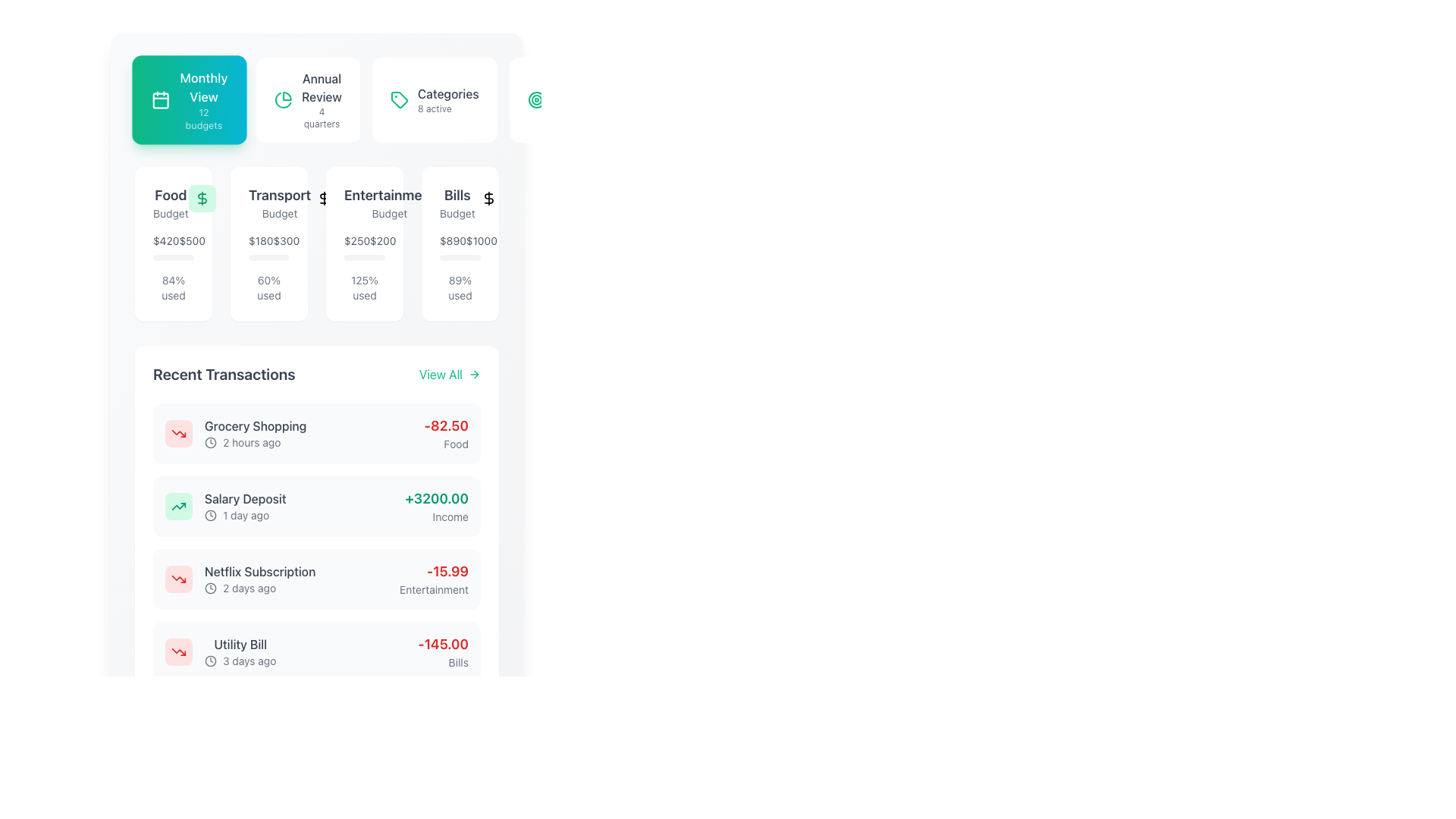 This screenshot has width=1456, height=819. Describe the element at coordinates (459, 202) in the screenshot. I see `the text label element titled 'Bills' which is styled in bold and larger font, located in the top row of the interface among budget category cards, specifically aligned to the rightmost position` at that location.